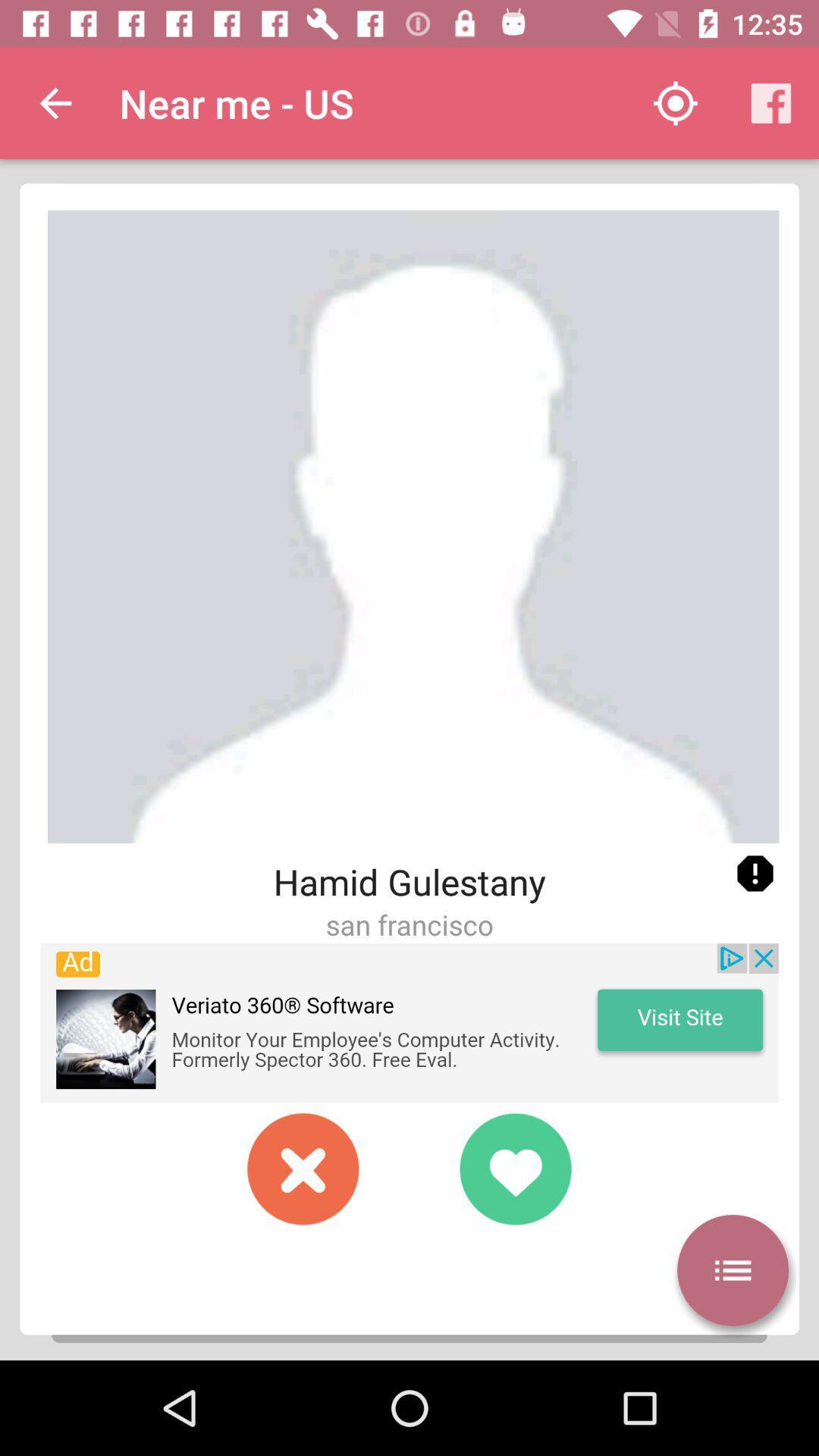  What do you see at coordinates (732, 1270) in the screenshot?
I see `open settings` at bounding box center [732, 1270].